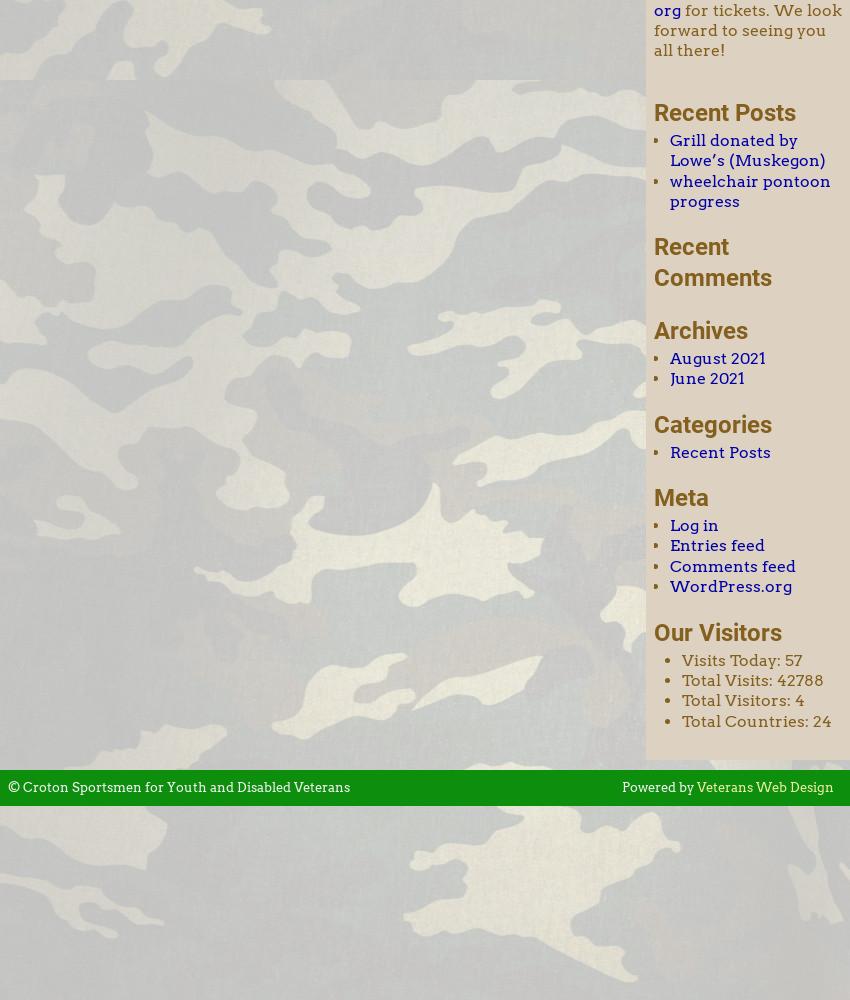 The height and width of the screenshot is (1000, 850). What do you see at coordinates (669, 545) in the screenshot?
I see `'Entries feed'` at bounding box center [669, 545].